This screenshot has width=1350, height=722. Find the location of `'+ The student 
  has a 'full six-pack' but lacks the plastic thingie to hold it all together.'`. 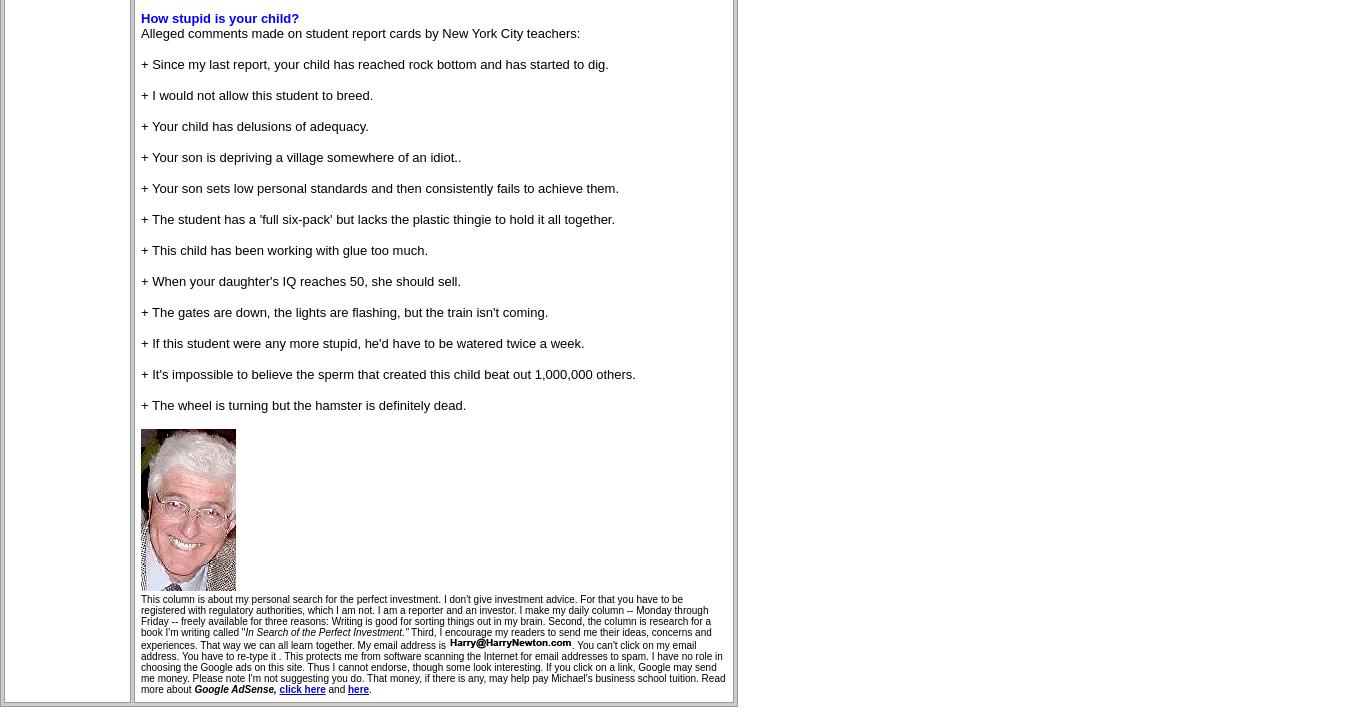

'+ The student 
  has a 'full six-pack' but lacks the plastic thingie to hold it all together.' is located at coordinates (140, 218).